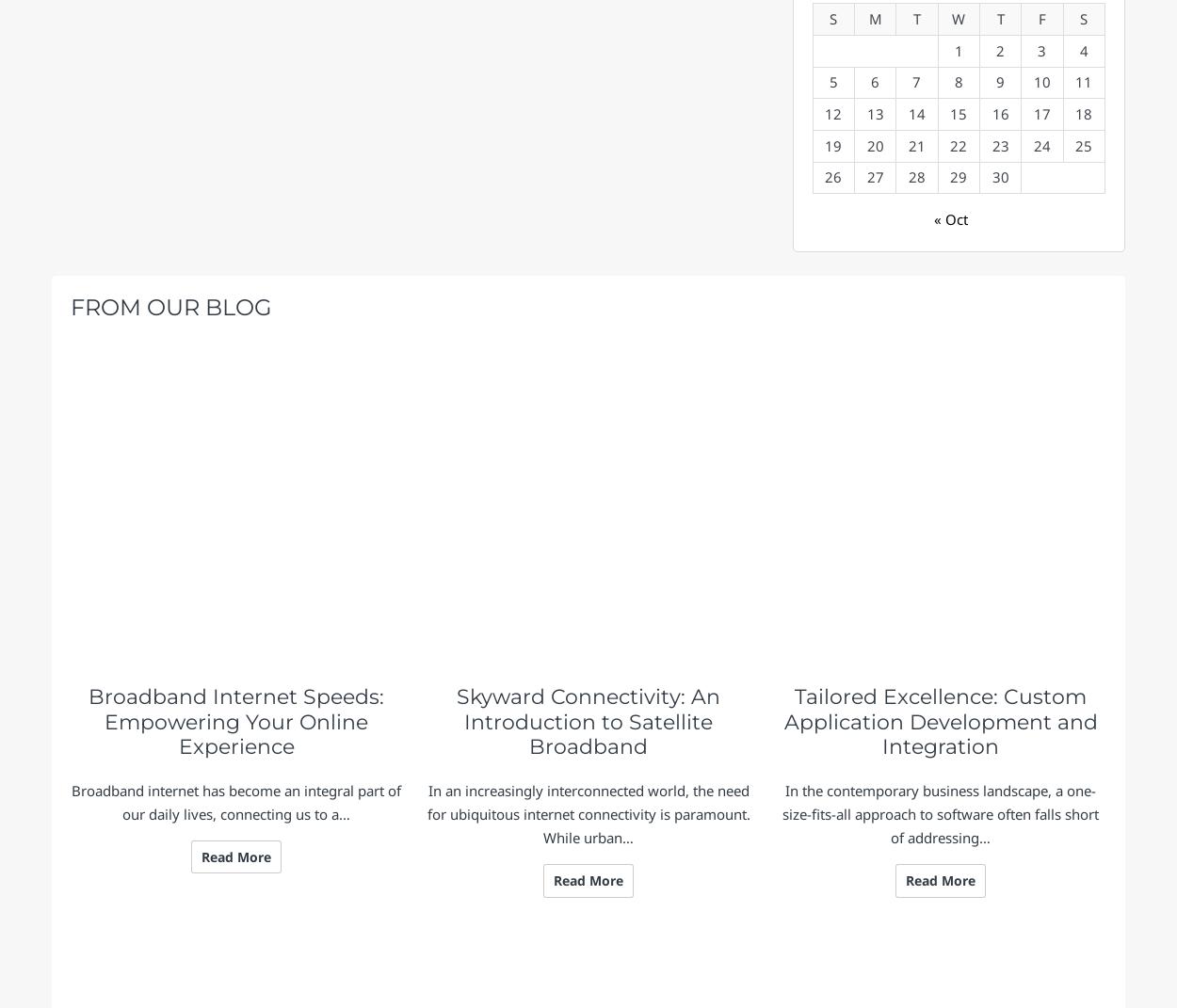 This screenshot has width=1177, height=1008. Describe the element at coordinates (833, 175) in the screenshot. I see `'26'` at that location.